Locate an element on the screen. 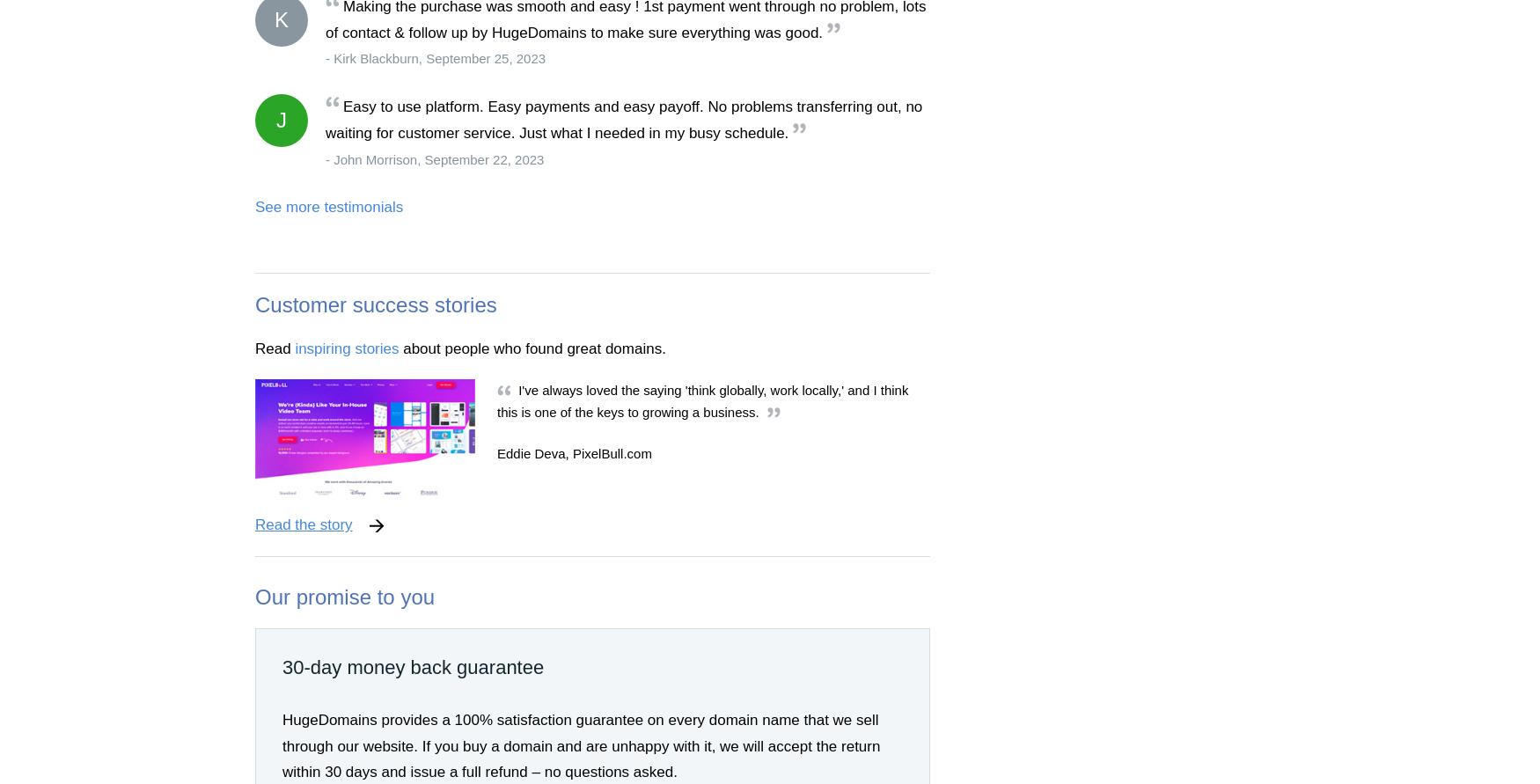 This screenshot has width=1540, height=784. '- Kirk Blackburn, September 25, 2023' is located at coordinates (436, 58).